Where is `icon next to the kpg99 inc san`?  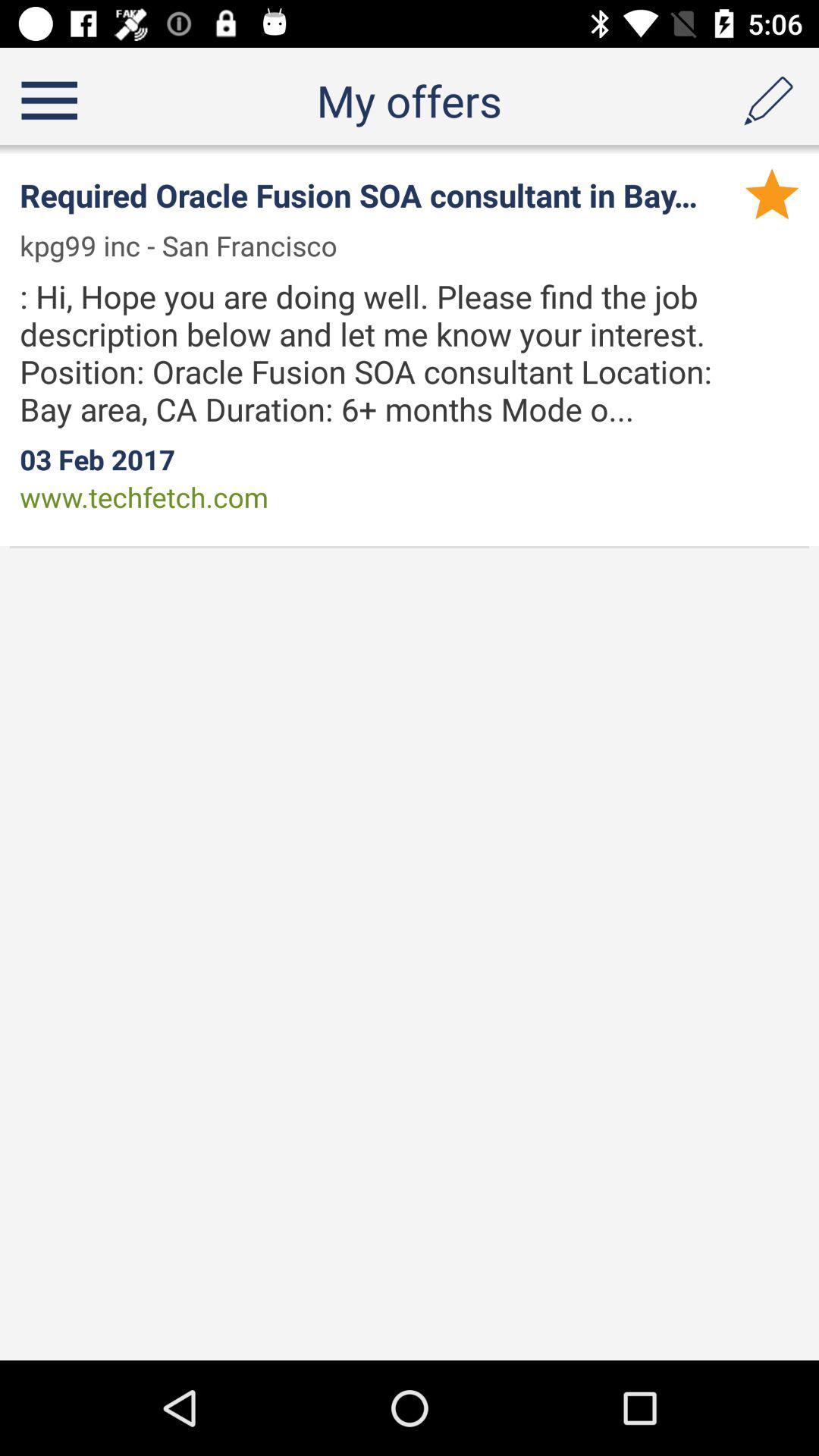
icon next to the kpg99 inc san is located at coordinates (772, 193).